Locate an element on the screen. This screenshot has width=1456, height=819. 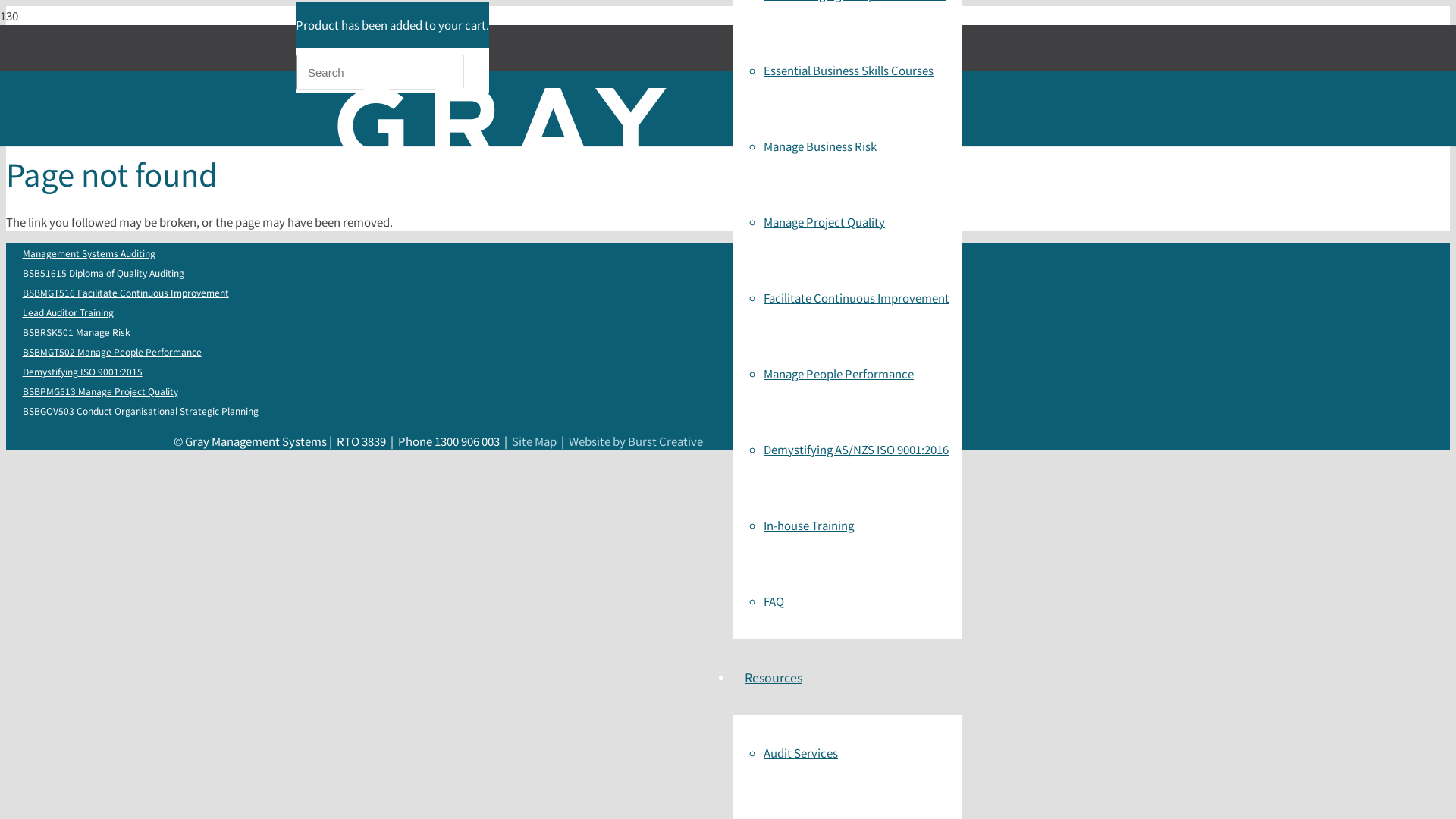
'Website by Burst Creative' is located at coordinates (635, 441).